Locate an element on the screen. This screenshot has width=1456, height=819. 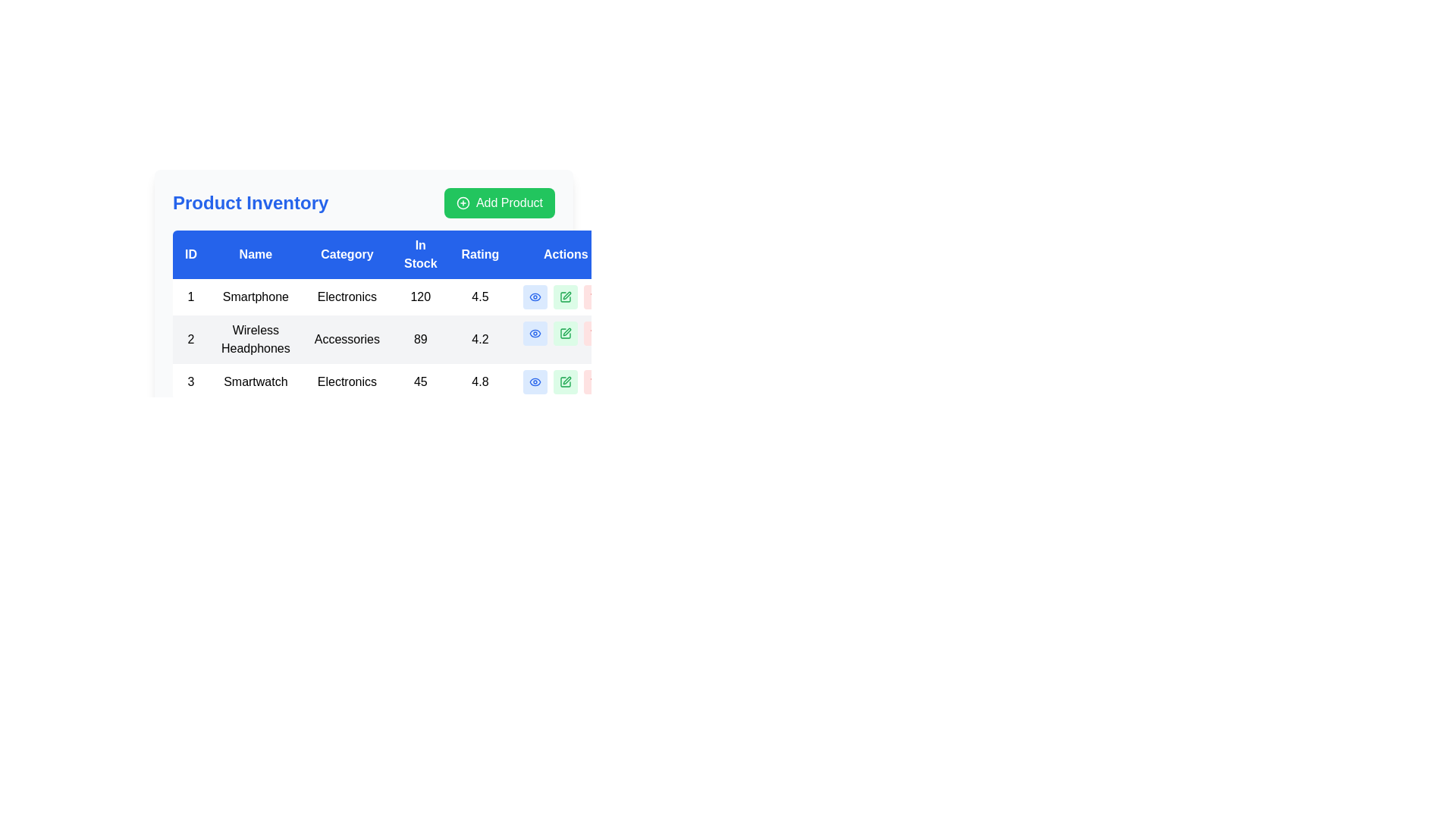
the static table cell displaying the numeral '2', which serves as an identifier for the row in the ID column of the table is located at coordinates (190, 338).